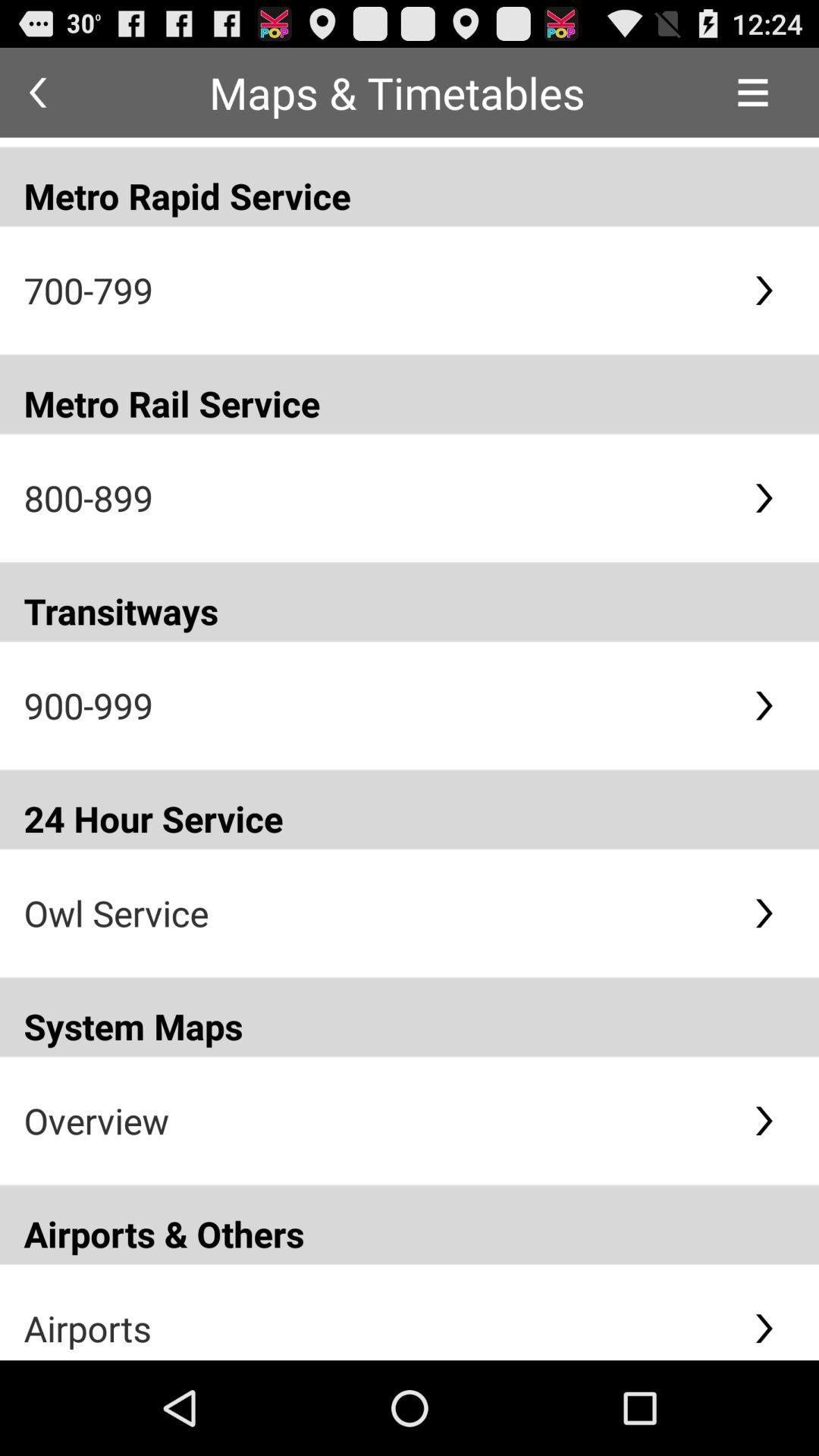  Describe the element at coordinates (375, 1120) in the screenshot. I see `overview item` at that location.